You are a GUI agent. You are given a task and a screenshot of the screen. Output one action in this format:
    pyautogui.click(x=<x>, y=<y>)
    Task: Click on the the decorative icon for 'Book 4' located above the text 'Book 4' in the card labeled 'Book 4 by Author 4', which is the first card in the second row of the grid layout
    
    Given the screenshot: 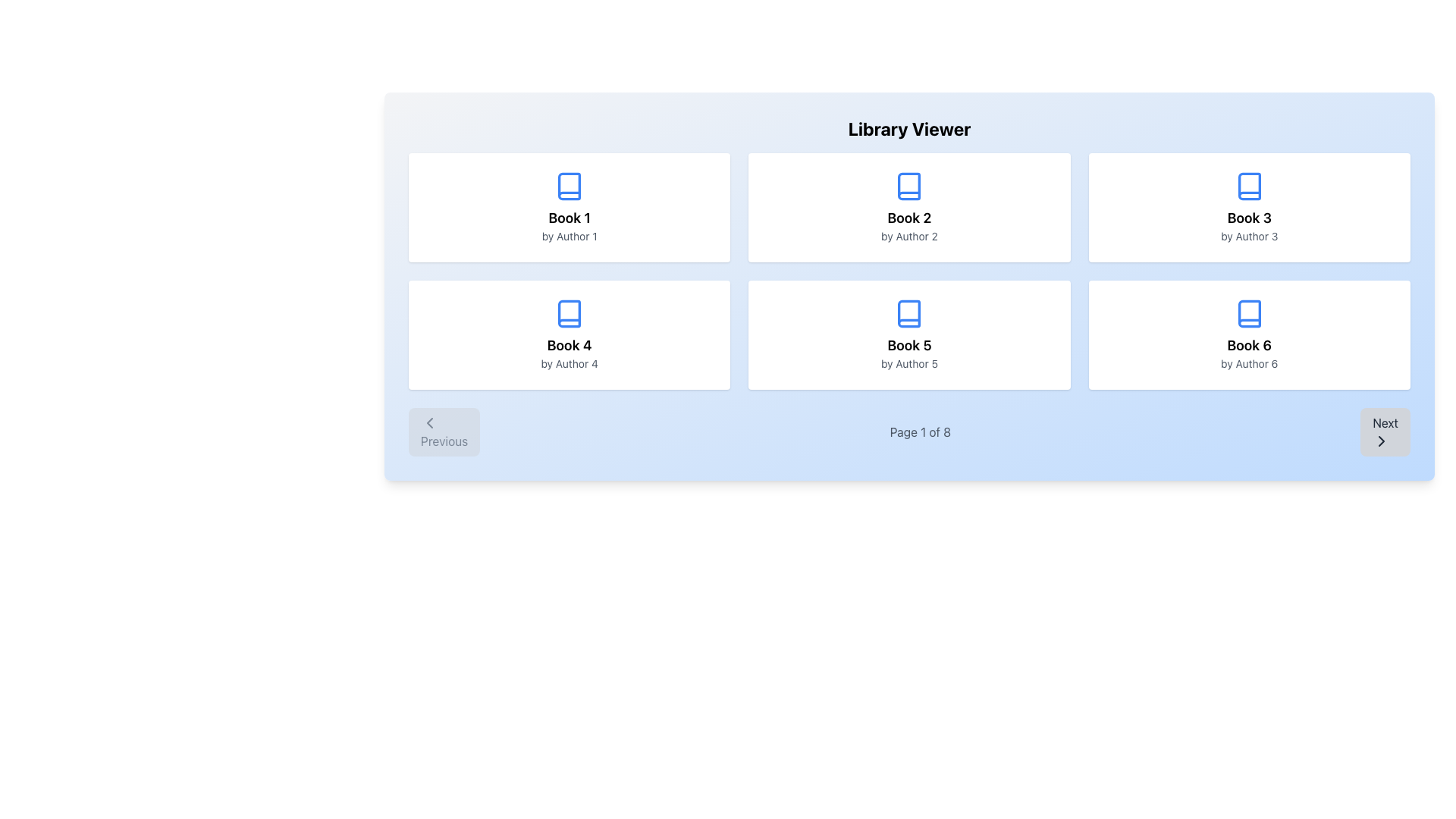 What is the action you would take?
    pyautogui.click(x=569, y=312)
    